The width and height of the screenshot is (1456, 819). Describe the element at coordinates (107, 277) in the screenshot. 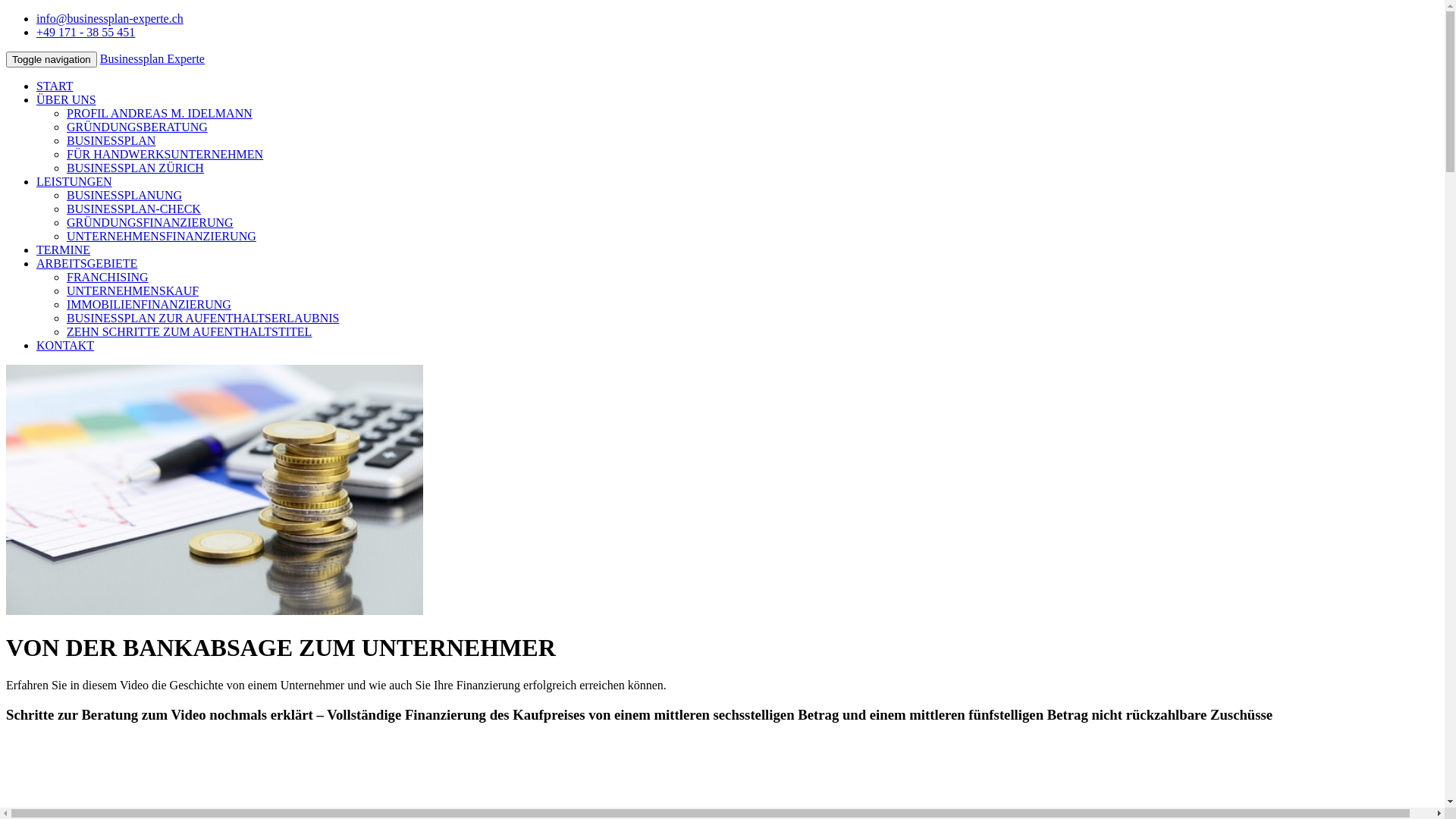

I see `'FRANCHISING'` at that location.